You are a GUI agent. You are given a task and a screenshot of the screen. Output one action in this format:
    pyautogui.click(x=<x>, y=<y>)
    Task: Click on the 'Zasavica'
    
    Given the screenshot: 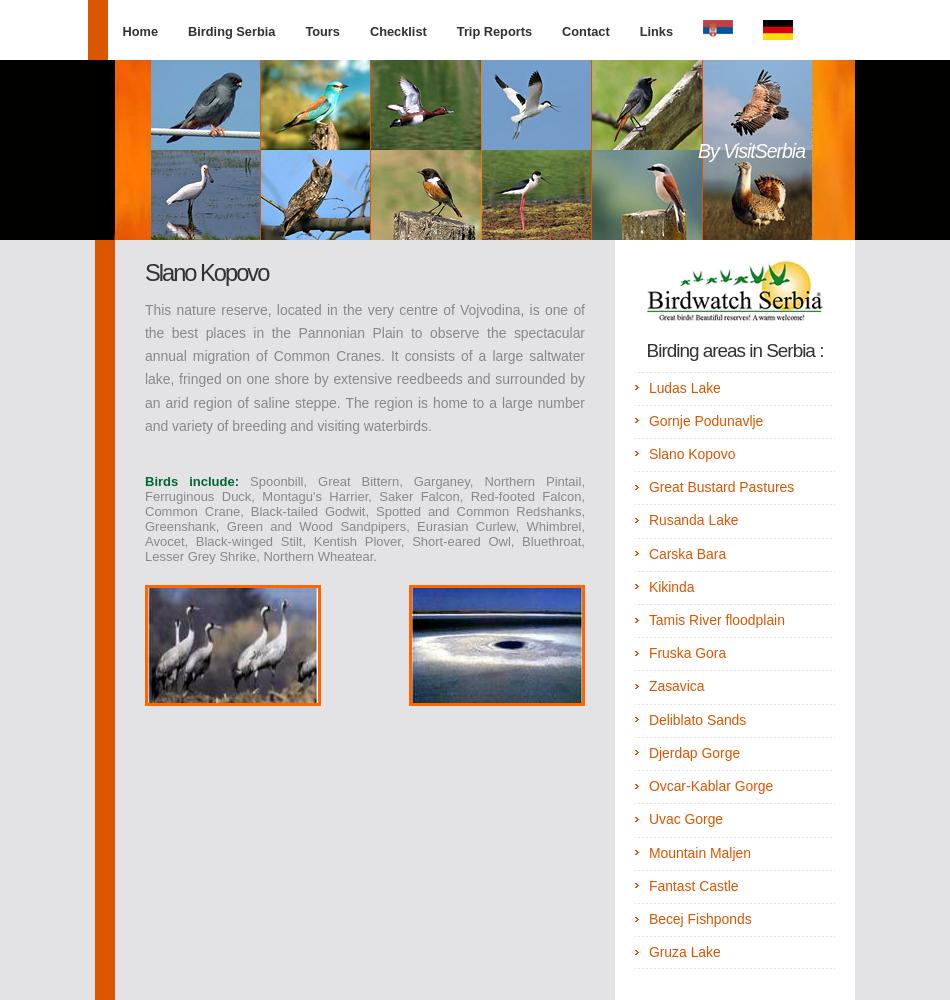 What is the action you would take?
    pyautogui.click(x=647, y=686)
    